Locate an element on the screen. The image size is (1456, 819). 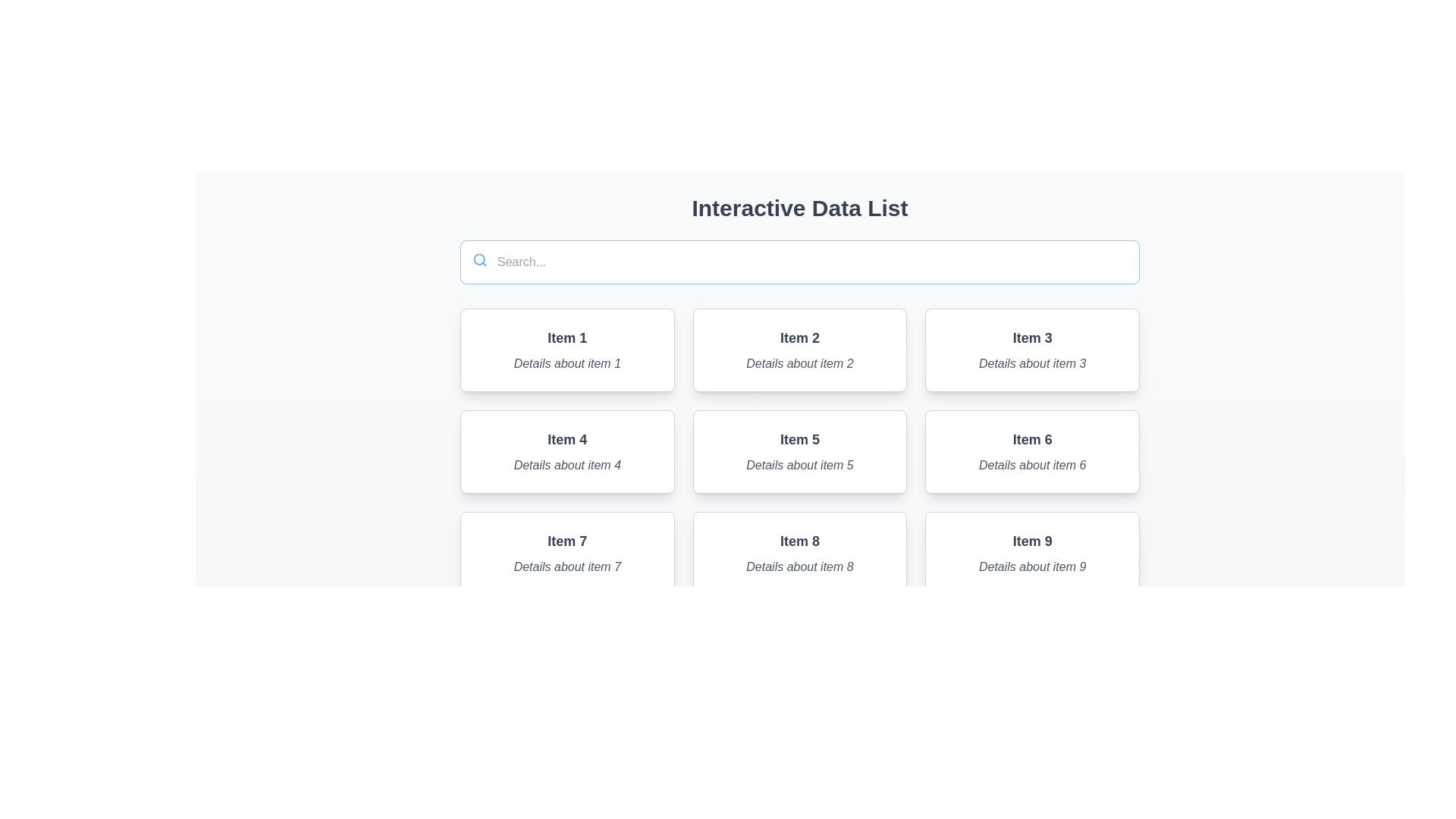
the text label reading 'Item 5', which is styled in bold and dark gray, located at the top of the rectangular card in the center row and middle column of a 3x3 grid layout is located at coordinates (799, 439).